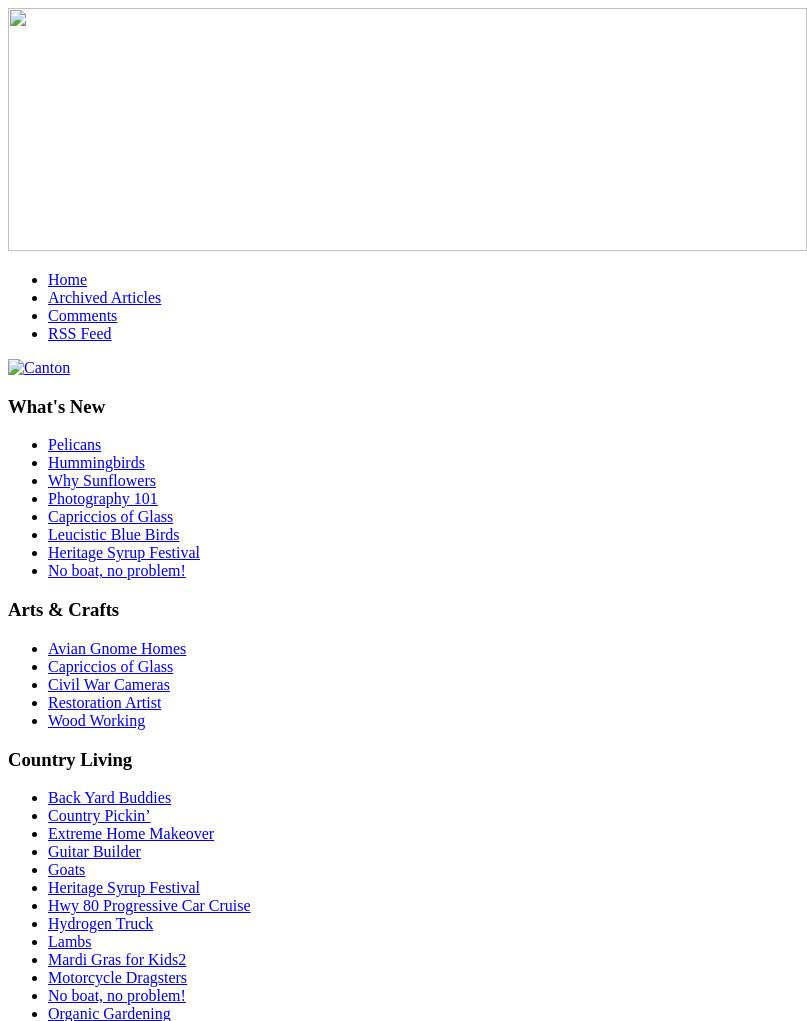 This screenshot has width=807, height=1021. I want to click on 'Hwy 80 Progressive Car Cruise', so click(147, 905).